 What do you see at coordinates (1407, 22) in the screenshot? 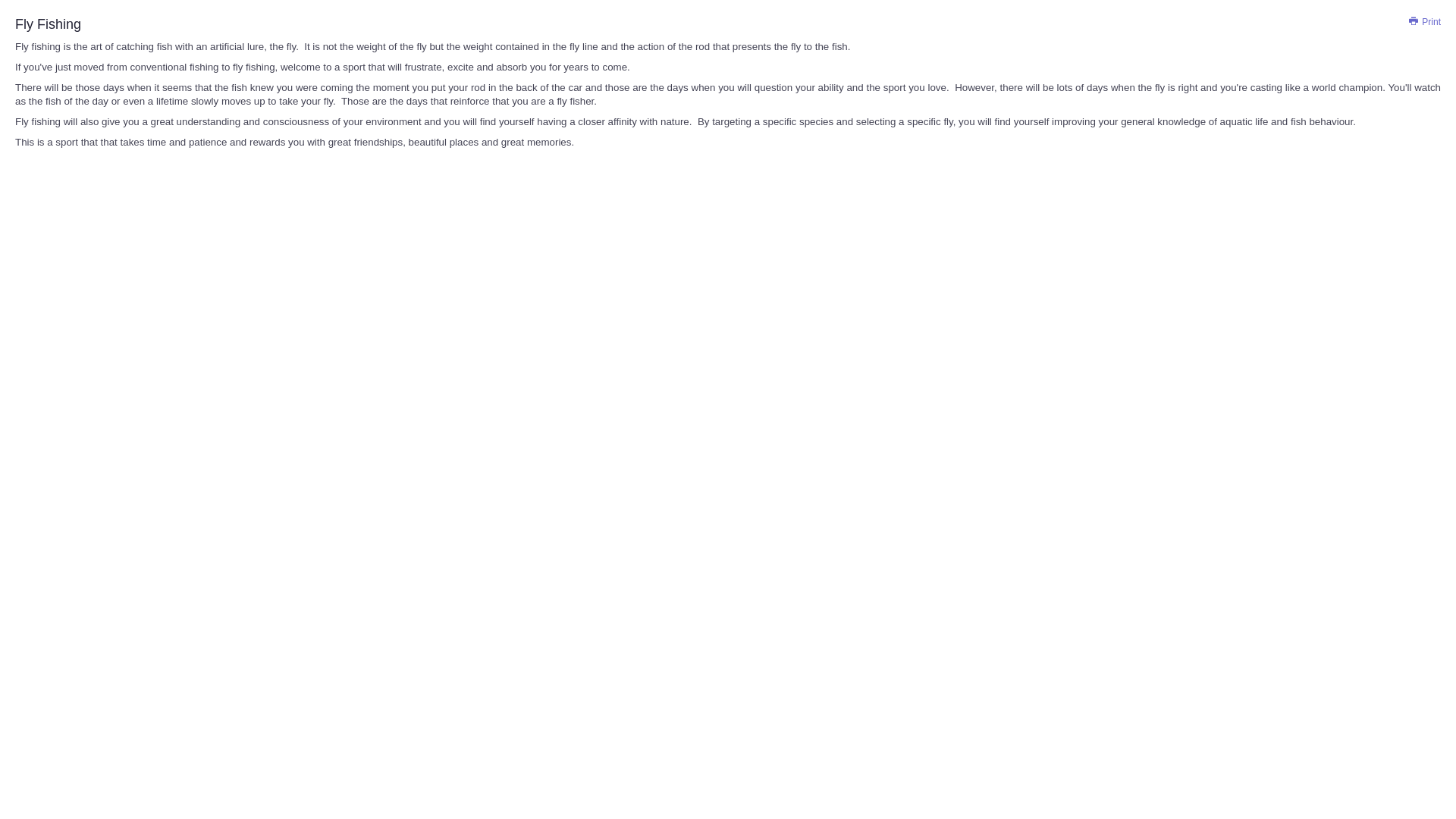
I see `'Print'` at bounding box center [1407, 22].